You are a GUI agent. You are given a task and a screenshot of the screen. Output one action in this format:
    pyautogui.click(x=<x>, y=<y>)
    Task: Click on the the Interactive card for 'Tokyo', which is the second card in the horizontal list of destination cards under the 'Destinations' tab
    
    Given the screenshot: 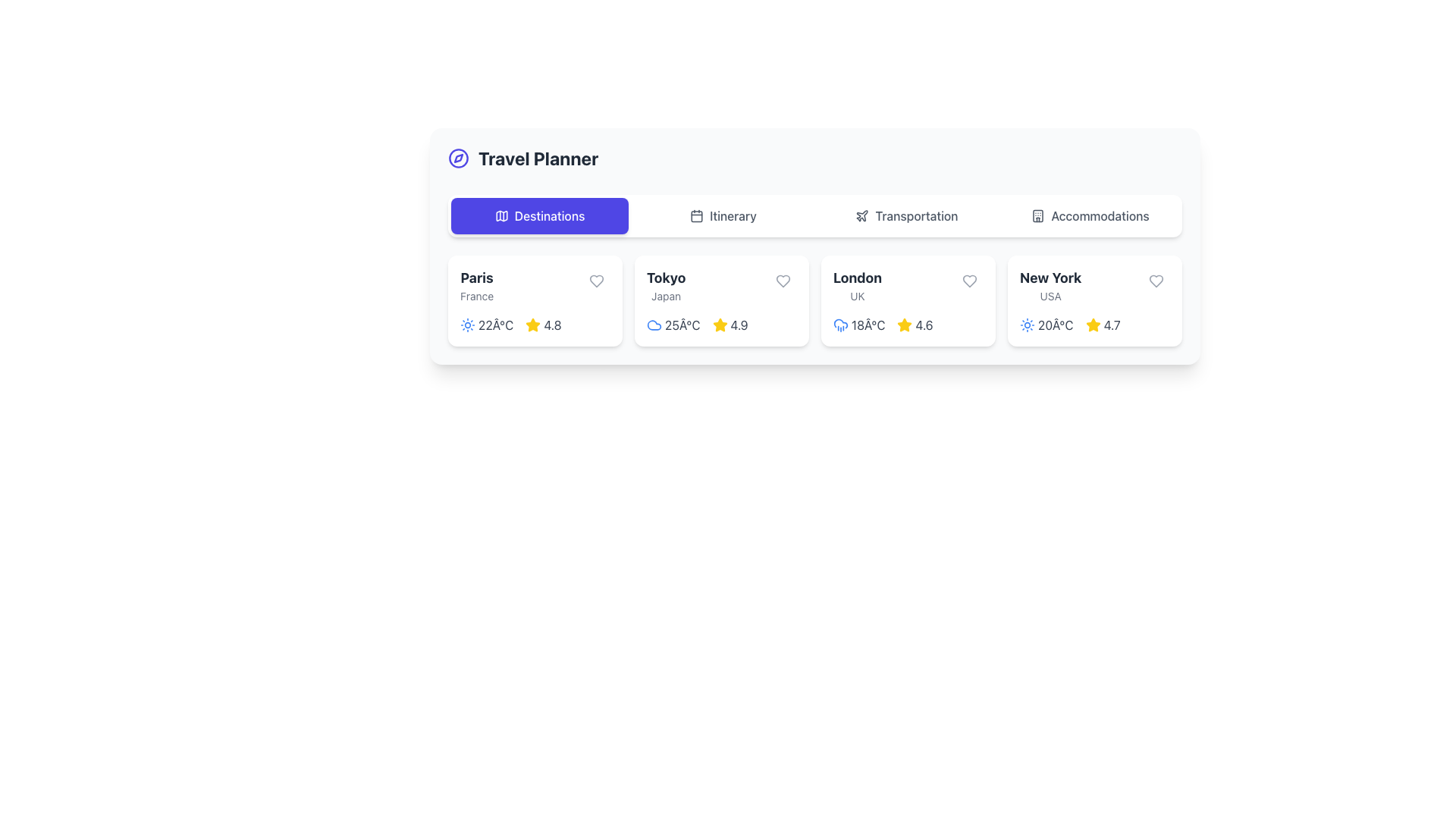 What is the action you would take?
    pyautogui.click(x=720, y=301)
    